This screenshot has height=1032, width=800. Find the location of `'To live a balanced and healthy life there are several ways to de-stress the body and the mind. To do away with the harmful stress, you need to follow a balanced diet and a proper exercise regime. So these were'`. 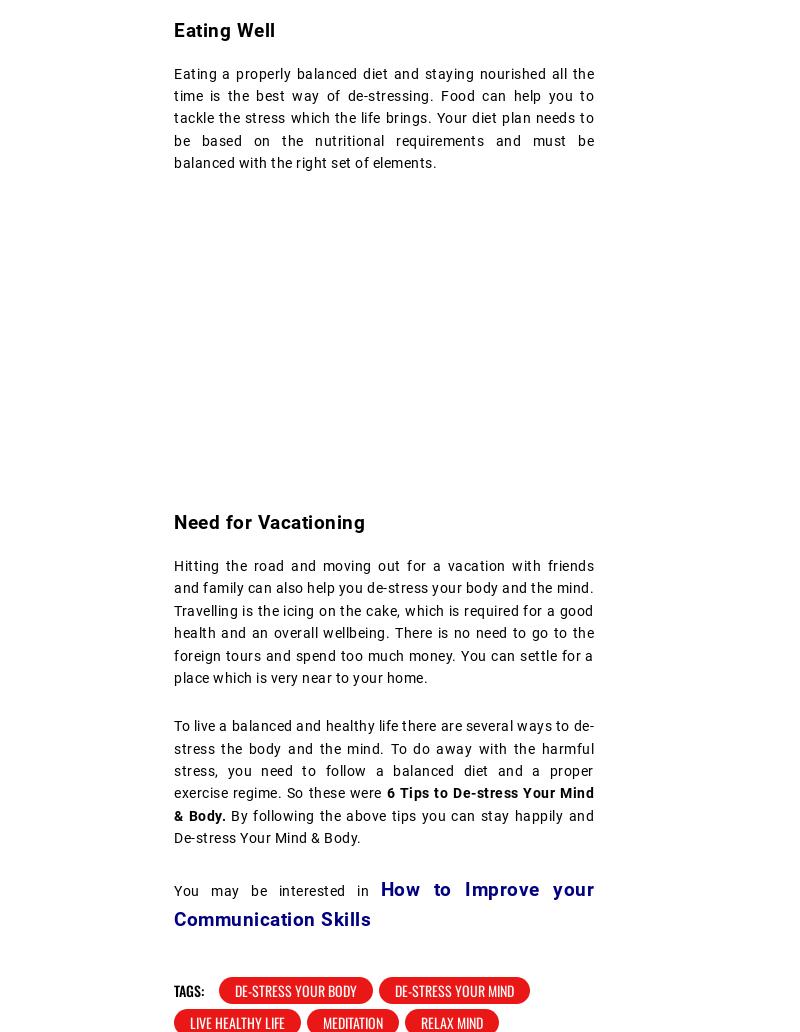

'To live a balanced and healthy life there are several ways to de-stress the body and the mind. To do away with the harmful stress, you need to follow a balanced diet and a proper exercise regime. So these were' is located at coordinates (383, 758).